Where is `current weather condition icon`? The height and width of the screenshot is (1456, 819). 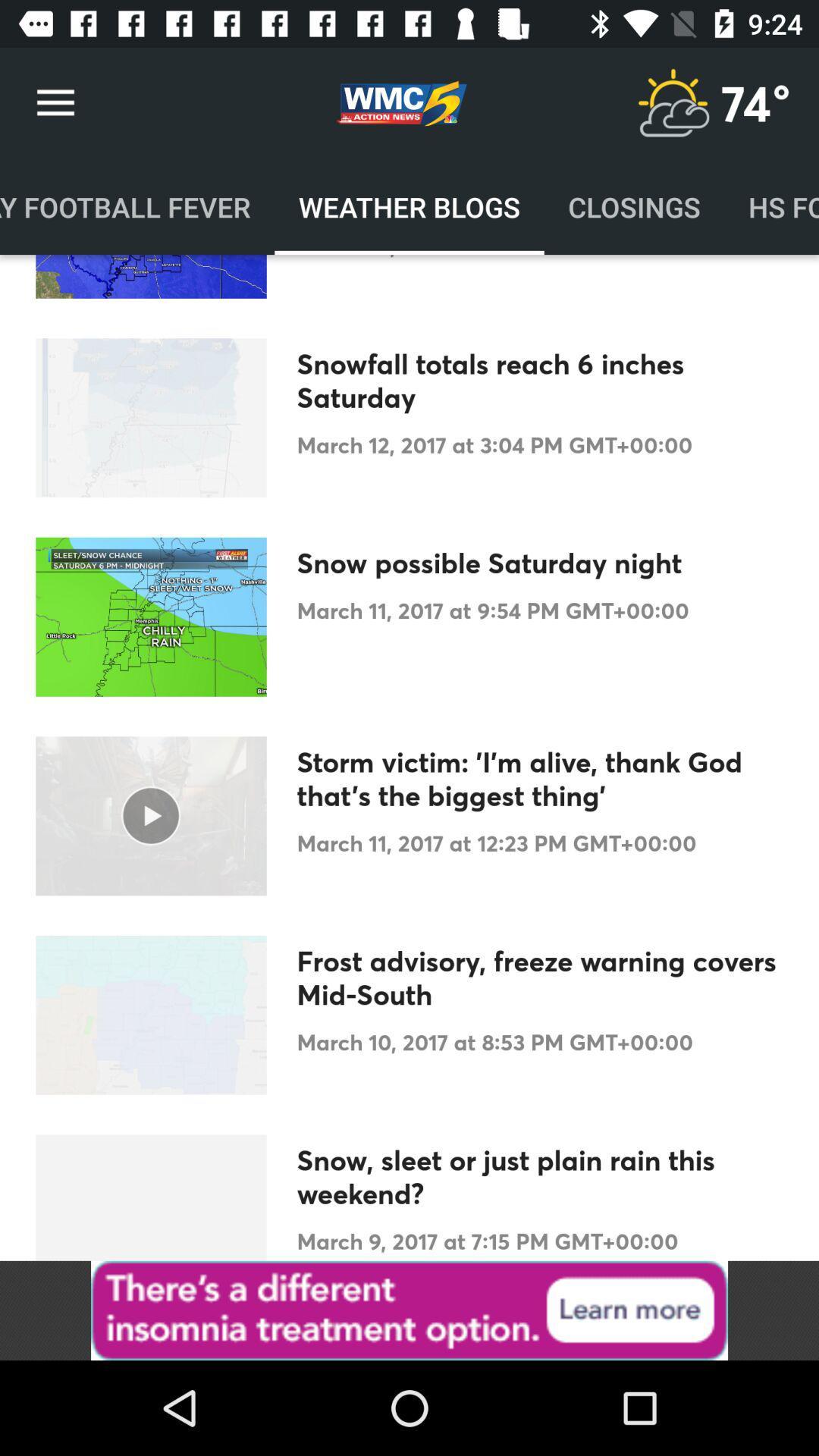
current weather condition icon is located at coordinates (672, 102).